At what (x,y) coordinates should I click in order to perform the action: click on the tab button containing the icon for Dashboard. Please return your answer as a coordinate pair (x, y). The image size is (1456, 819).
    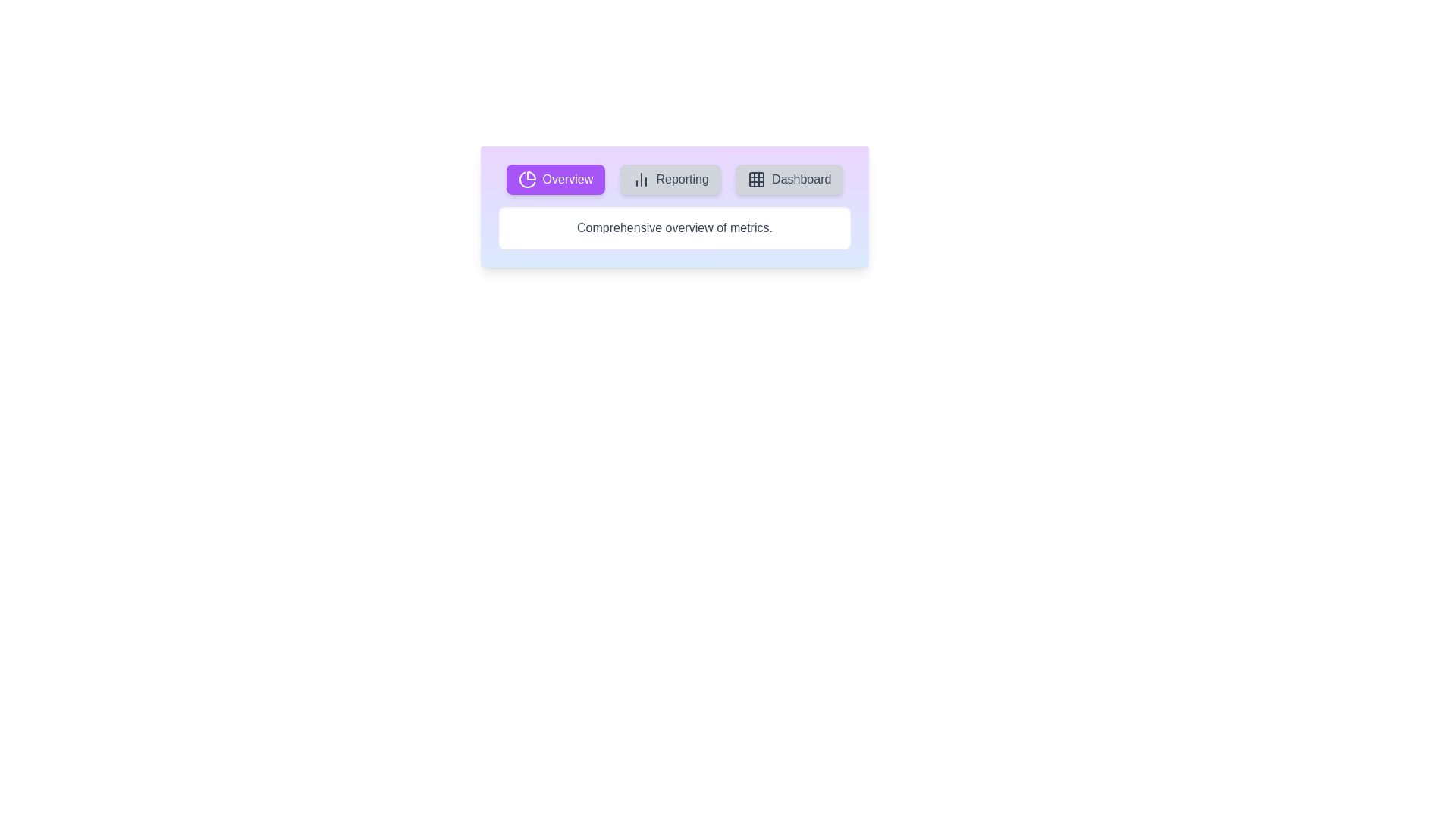
    Looking at the image, I should click on (789, 178).